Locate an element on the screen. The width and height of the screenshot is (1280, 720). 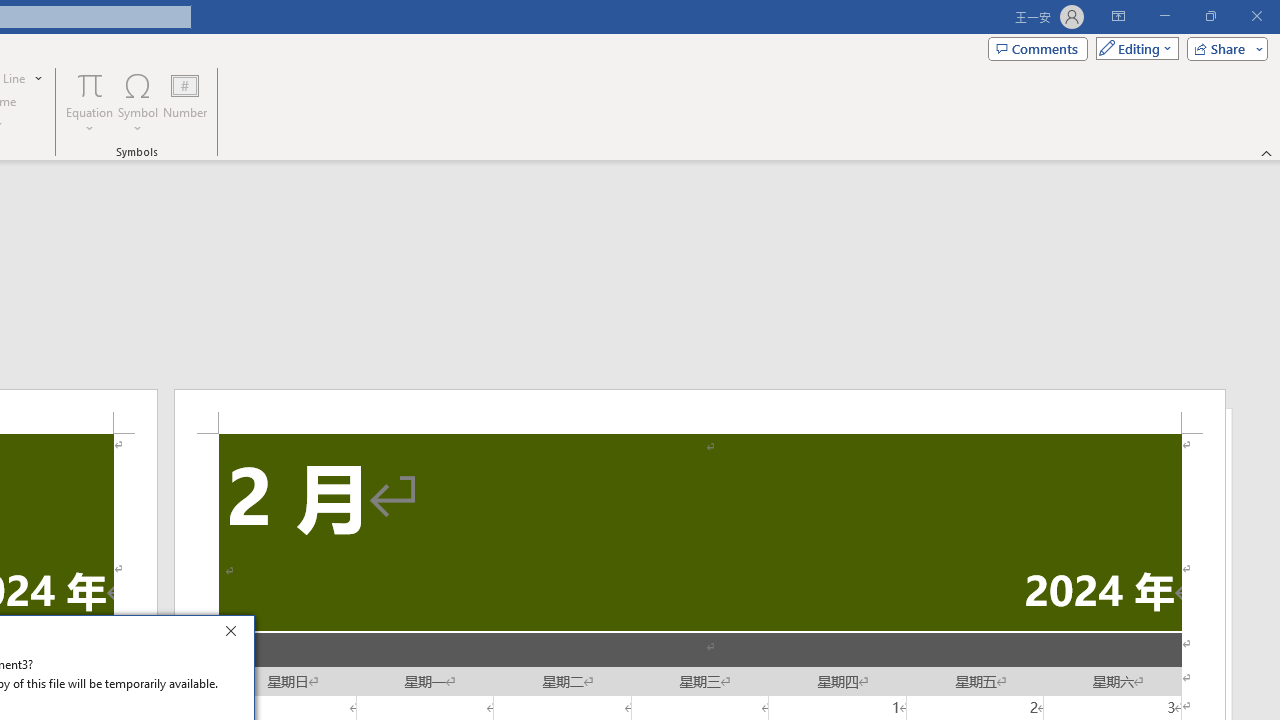
'Restore Down' is located at coordinates (1209, 16).